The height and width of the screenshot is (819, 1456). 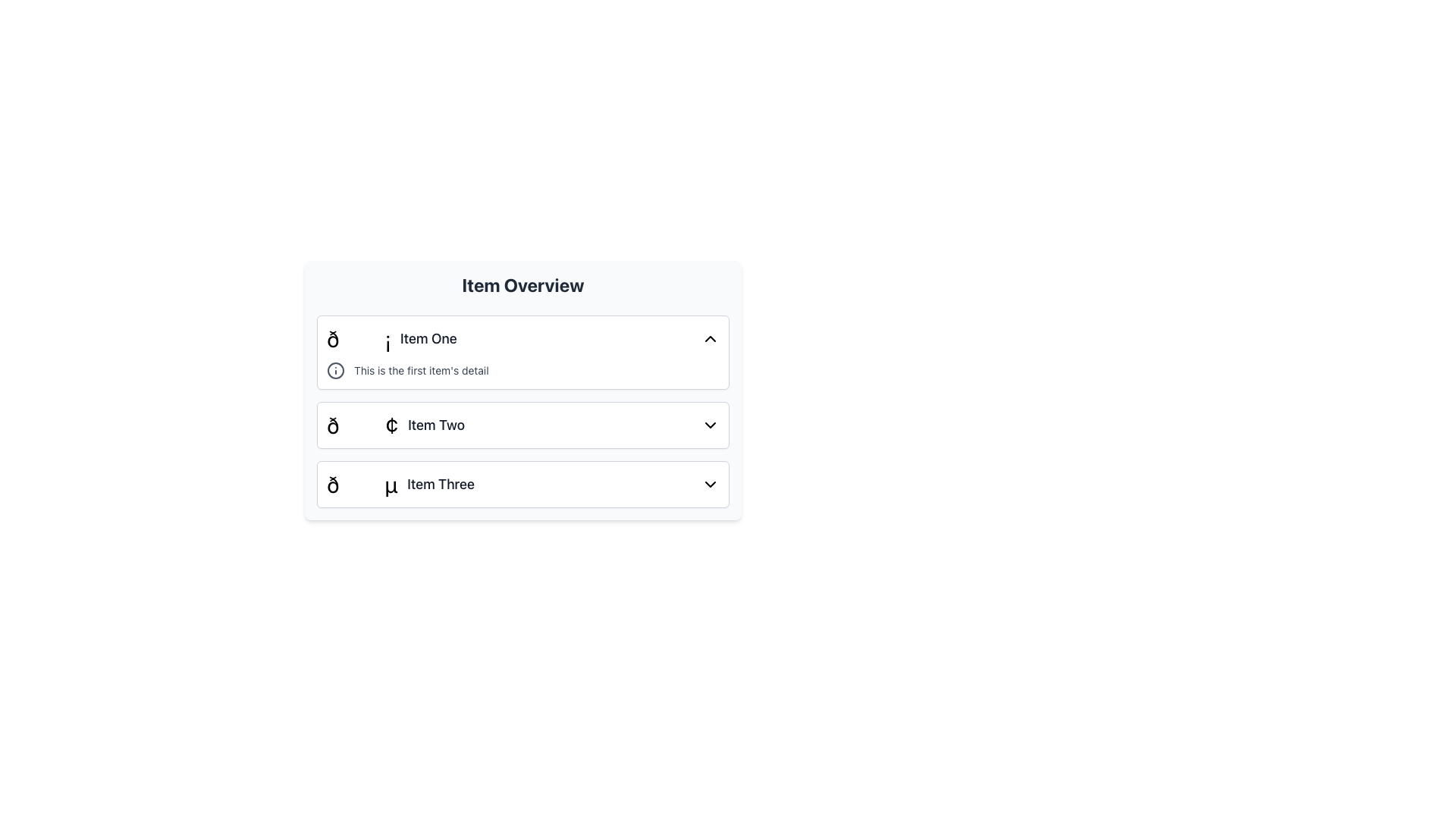 What do you see at coordinates (334, 371) in the screenshot?
I see `the informational tooltip icon located to the left of the text 'This is the first item's detail' in the first subsection of the list under 'Item One'` at bounding box center [334, 371].